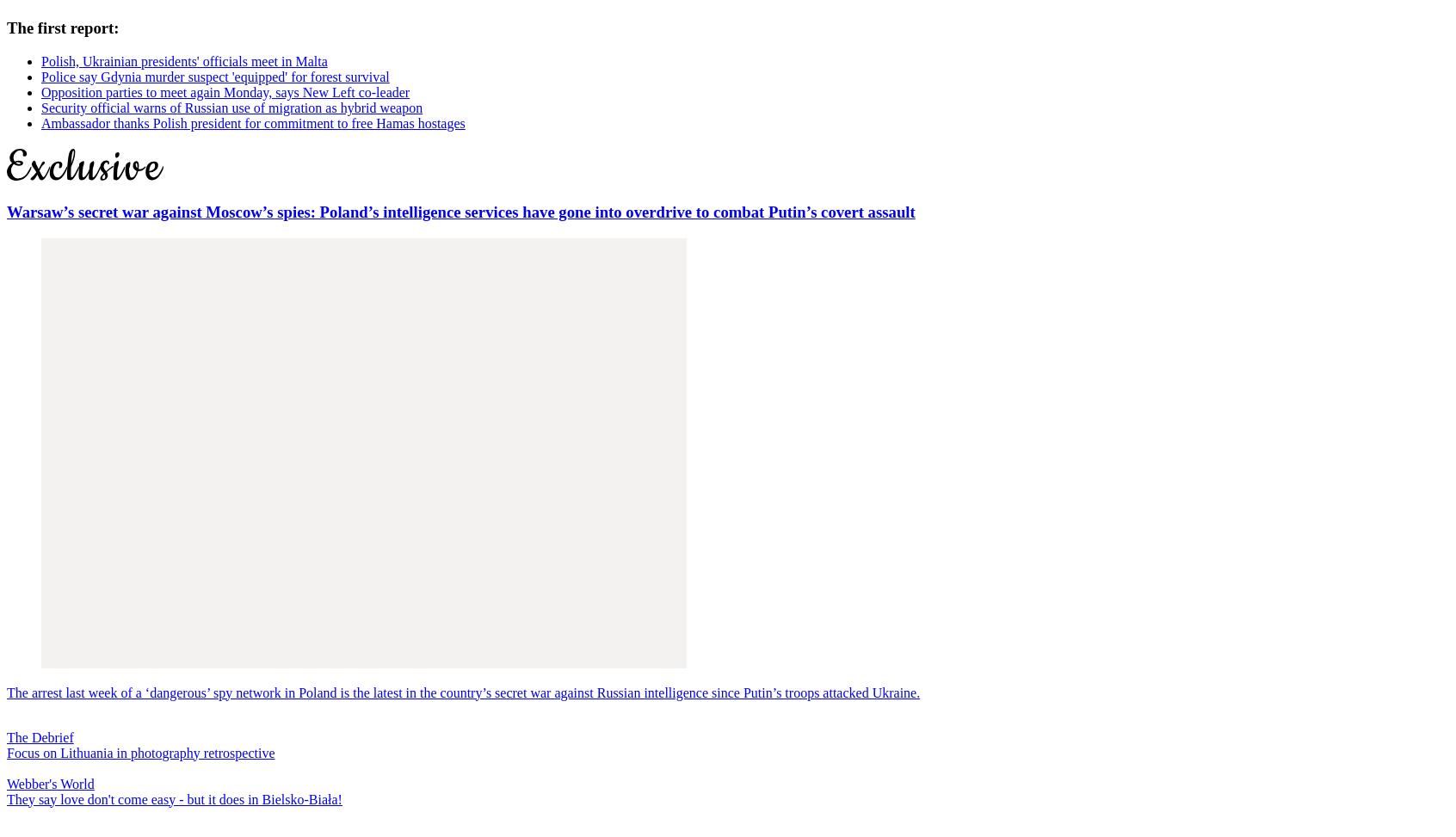  I want to click on 'The arrest last week of a ‘dangerous’ spy network in Poland is the latest in the country’s secret war against Russian intelligence since Putin’s troops attacked Ukraine.', so click(463, 691).